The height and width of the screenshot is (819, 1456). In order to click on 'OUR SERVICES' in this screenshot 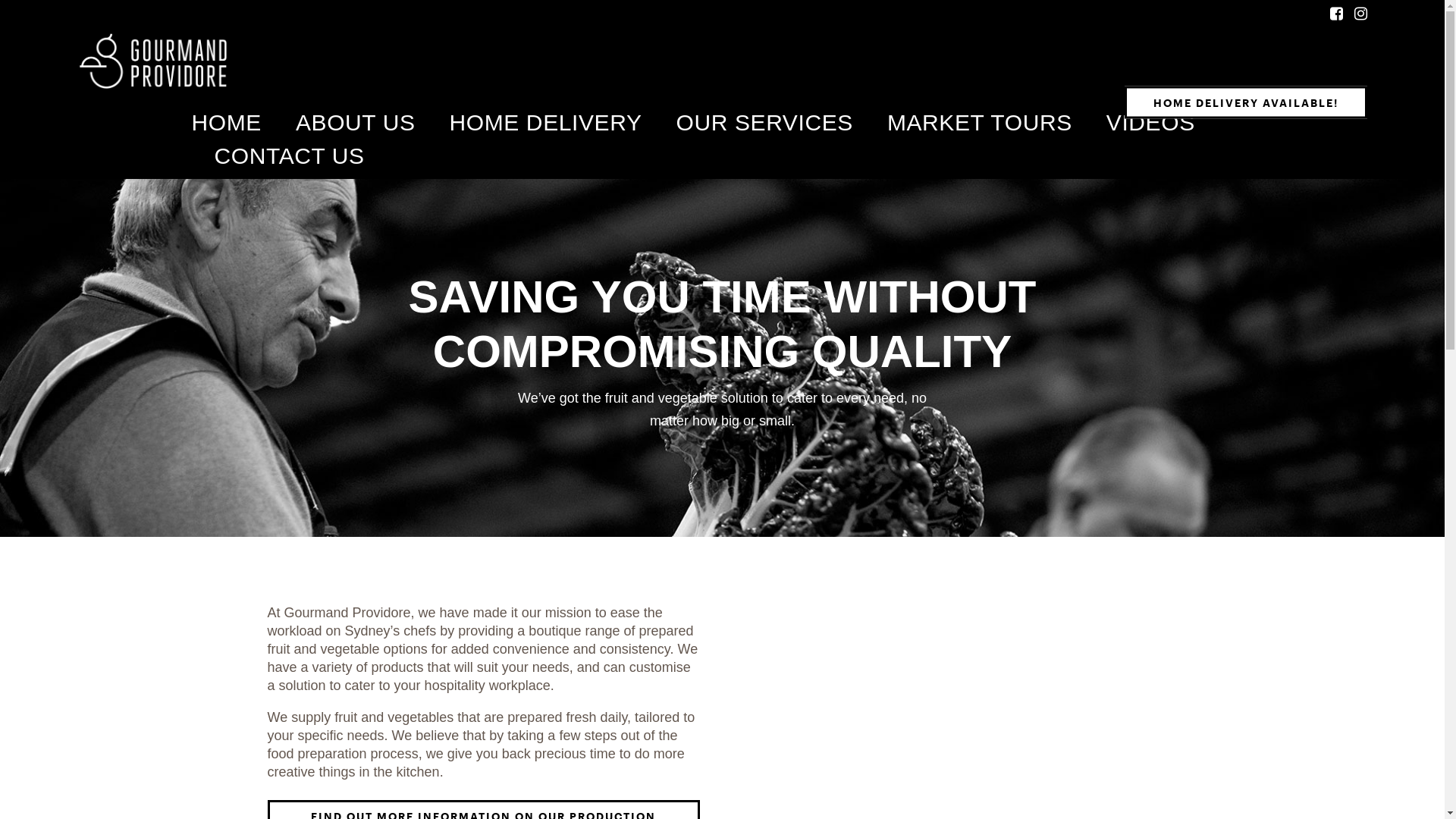, I will do `click(676, 122)`.